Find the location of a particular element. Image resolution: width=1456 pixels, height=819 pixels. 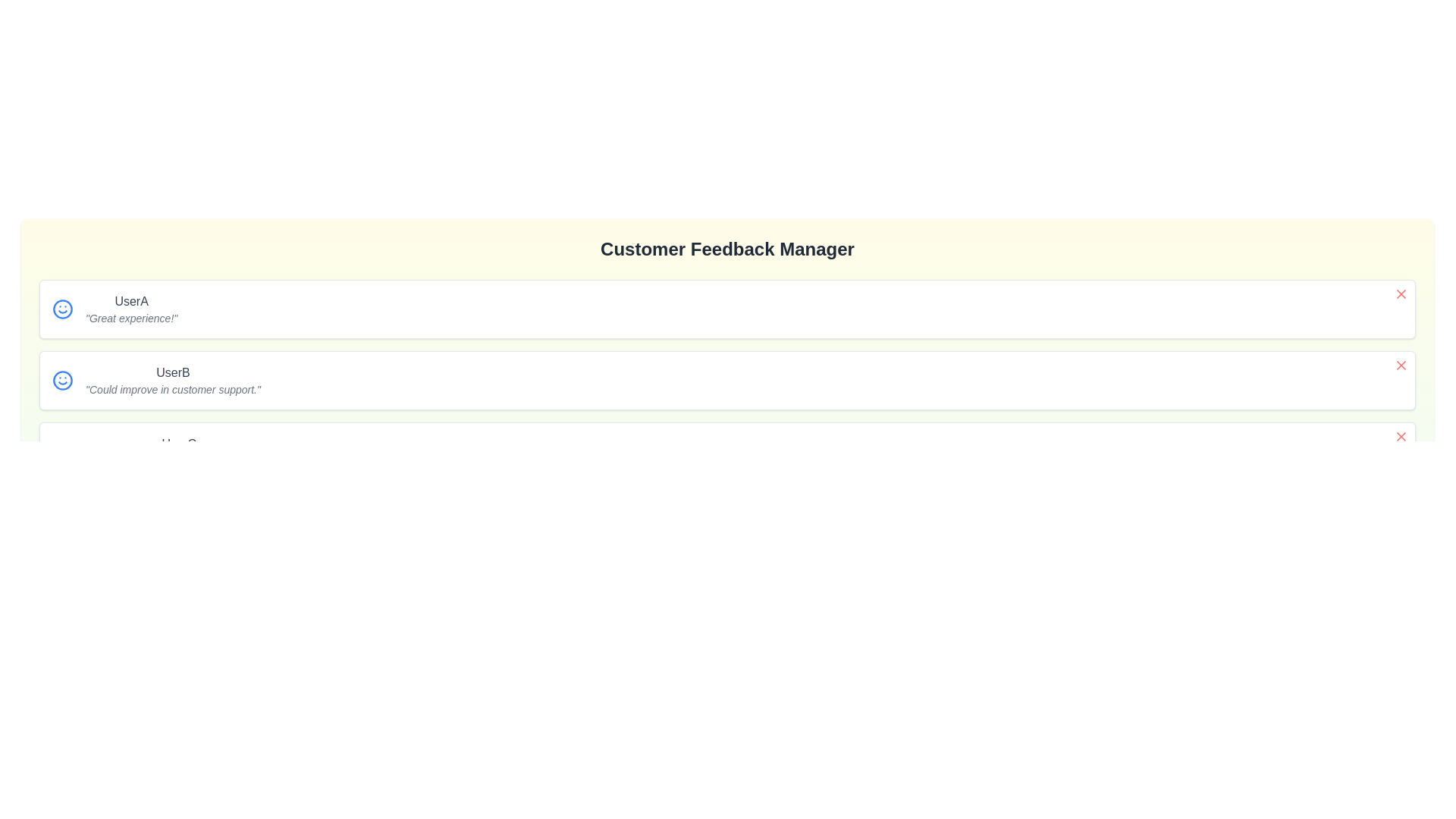

the feedback entry for user UserB is located at coordinates (1401, 366).